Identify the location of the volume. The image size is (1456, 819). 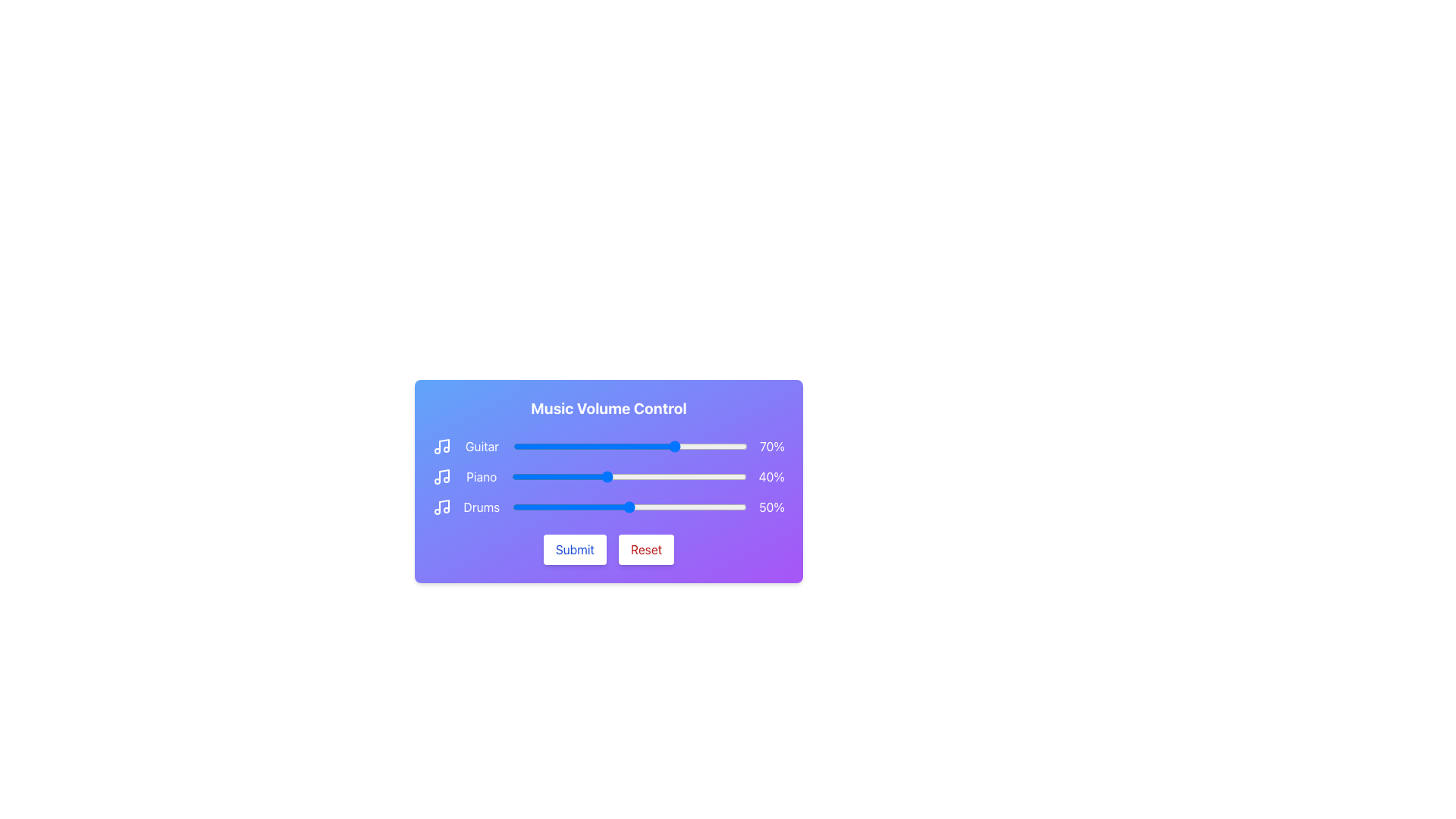
(632, 507).